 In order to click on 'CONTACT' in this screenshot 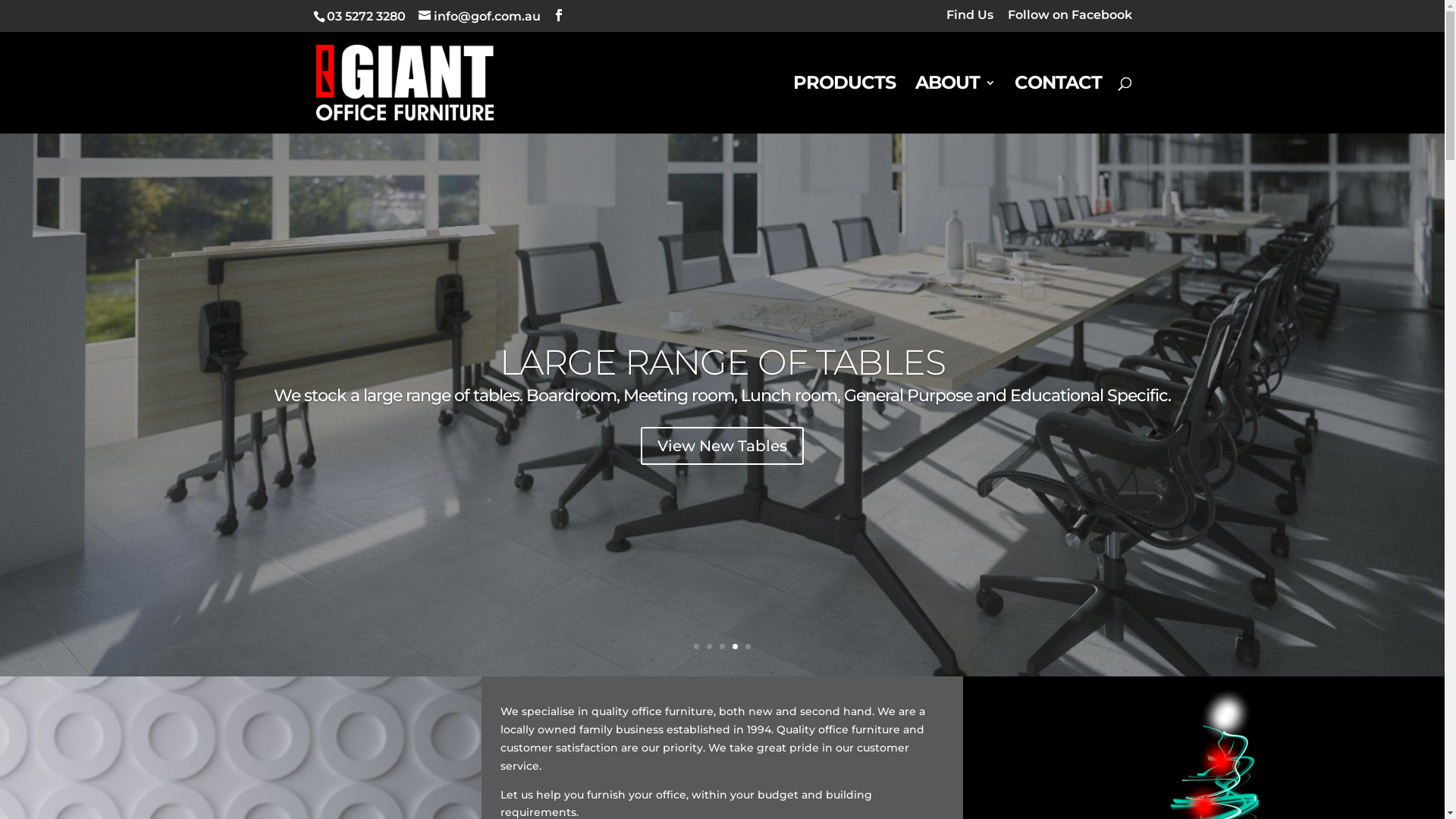, I will do `click(1057, 104)`.